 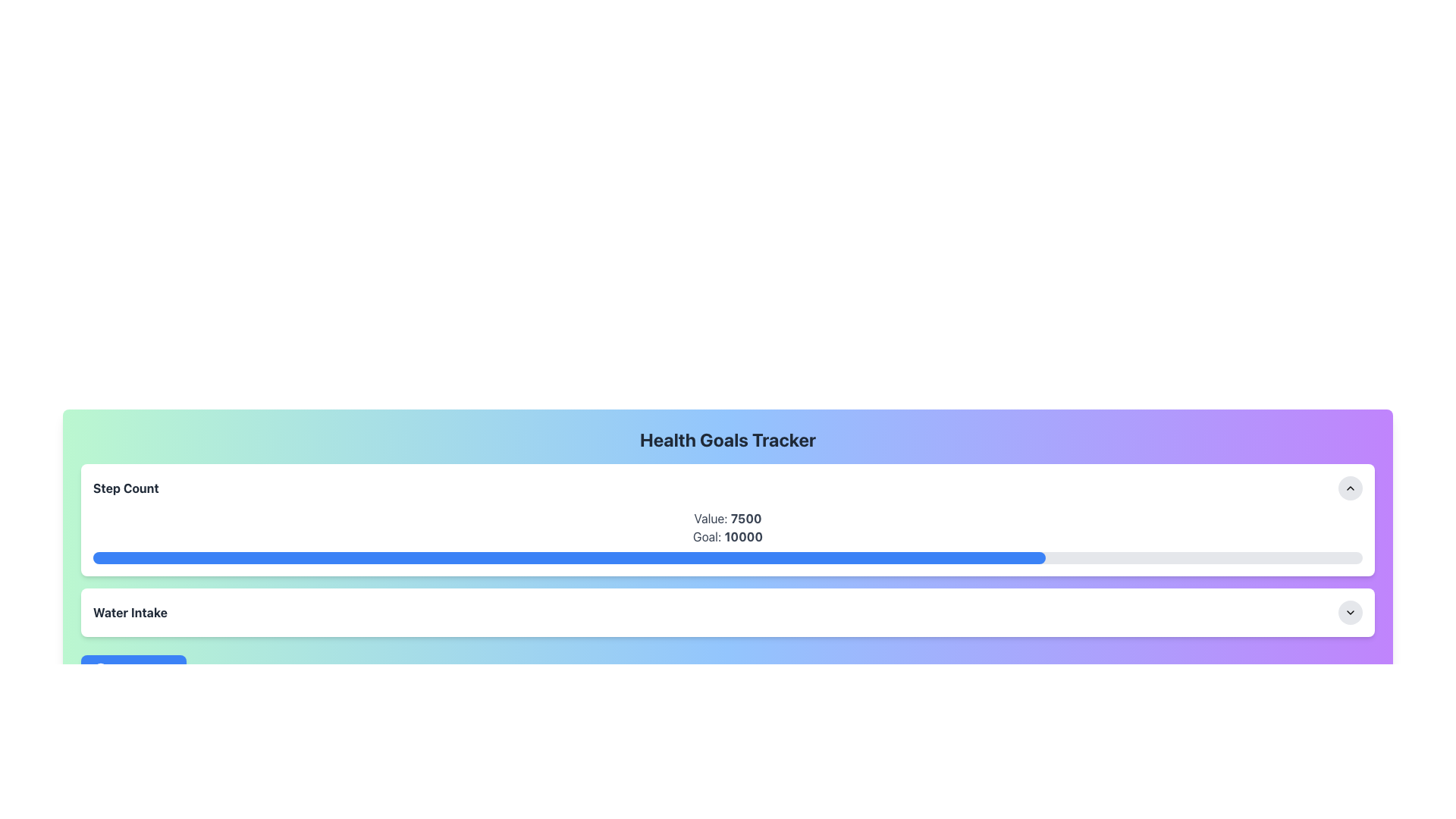 What do you see at coordinates (100, 669) in the screenshot?
I see `the circular icon with a plus sign in the center, located within the 'Add Metric' button, as a decorative part of the button` at bounding box center [100, 669].